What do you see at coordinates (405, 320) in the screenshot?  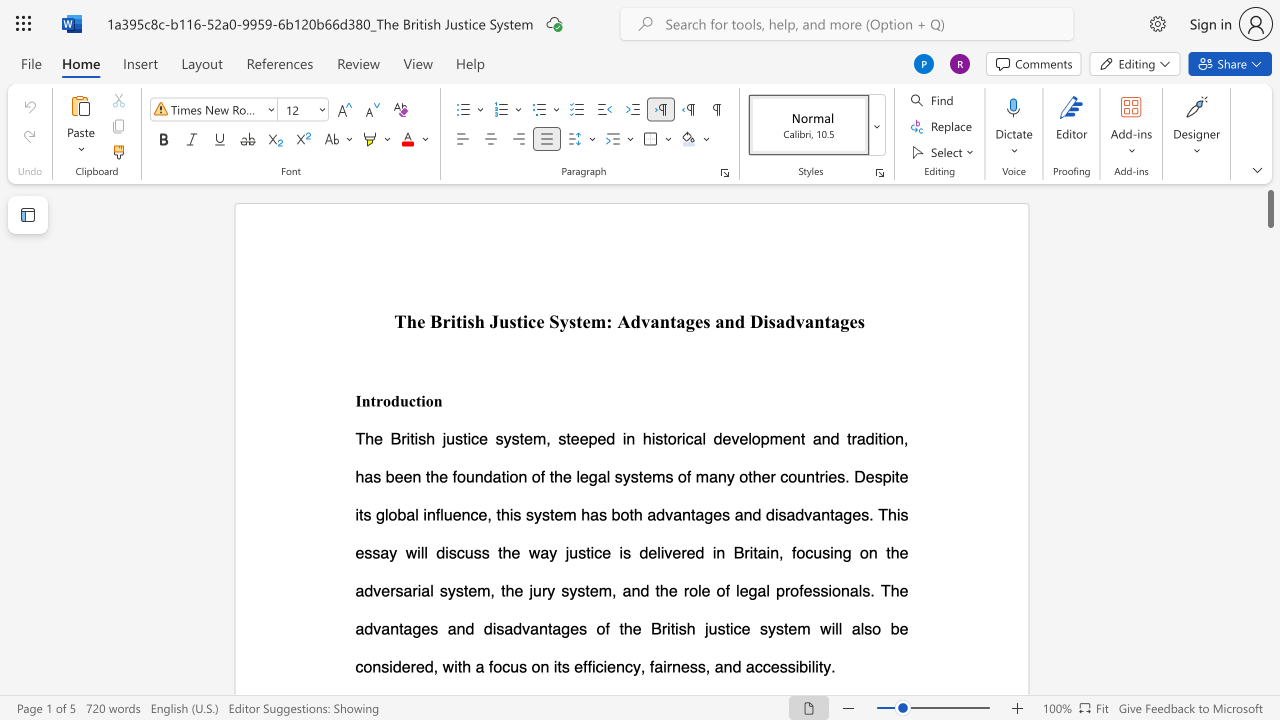 I see `the space between the continuous character "T" and "h" in the text` at bounding box center [405, 320].